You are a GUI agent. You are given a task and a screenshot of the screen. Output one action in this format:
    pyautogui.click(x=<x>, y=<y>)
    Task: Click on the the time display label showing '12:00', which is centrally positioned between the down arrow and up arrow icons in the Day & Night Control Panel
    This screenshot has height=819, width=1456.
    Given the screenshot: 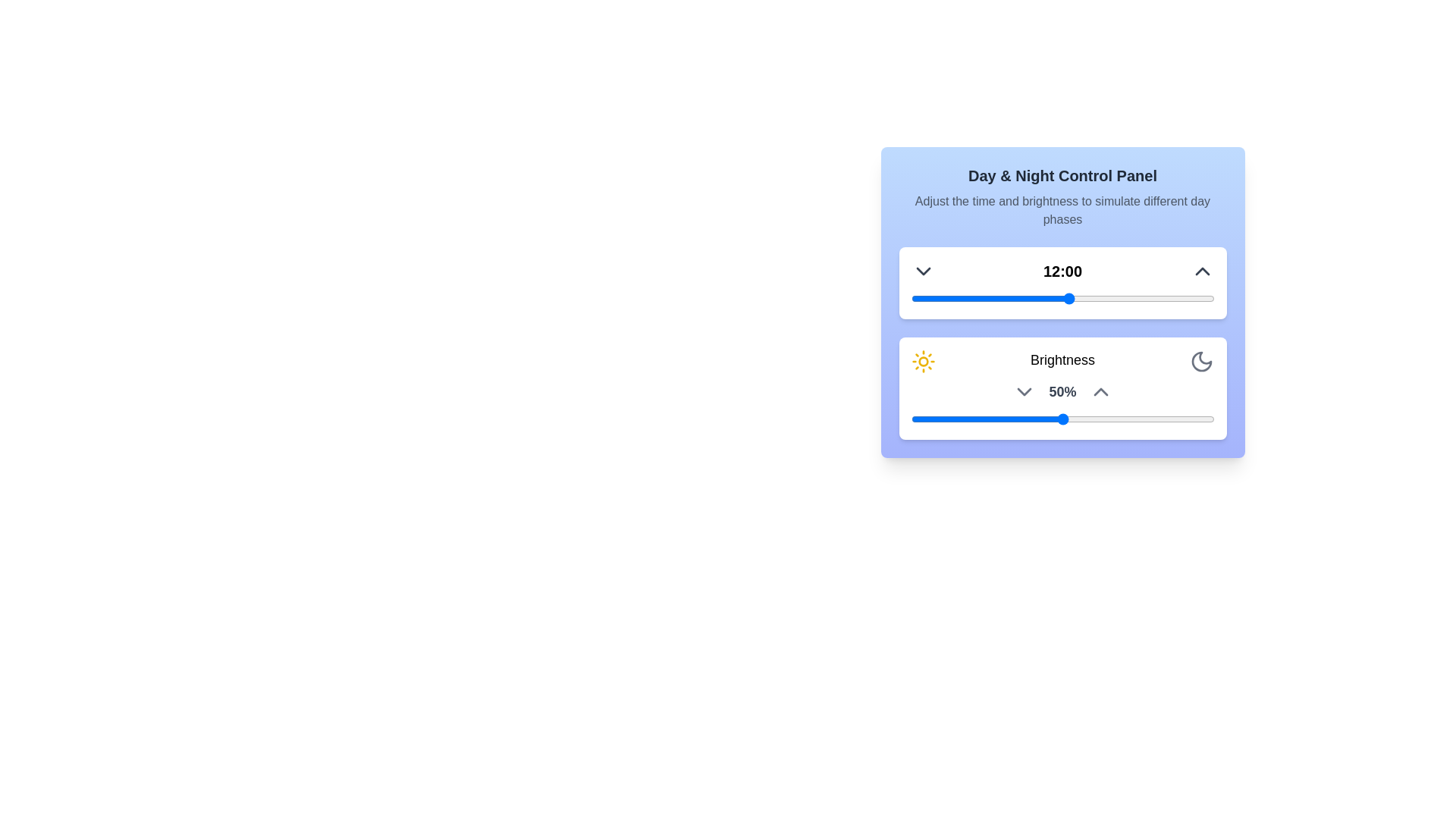 What is the action you would take?
    pyautogui.click(x=1062, y=271)
    